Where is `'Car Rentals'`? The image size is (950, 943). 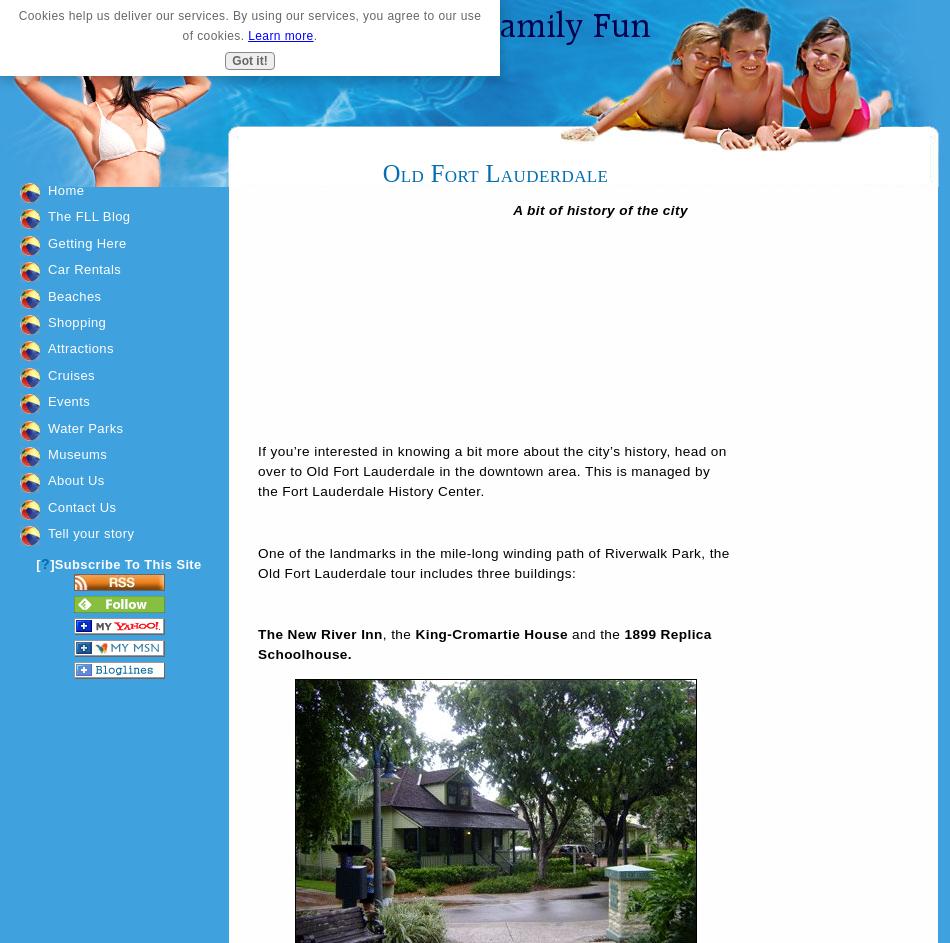
'Car Rentals' is located at coordinates (84, 268).